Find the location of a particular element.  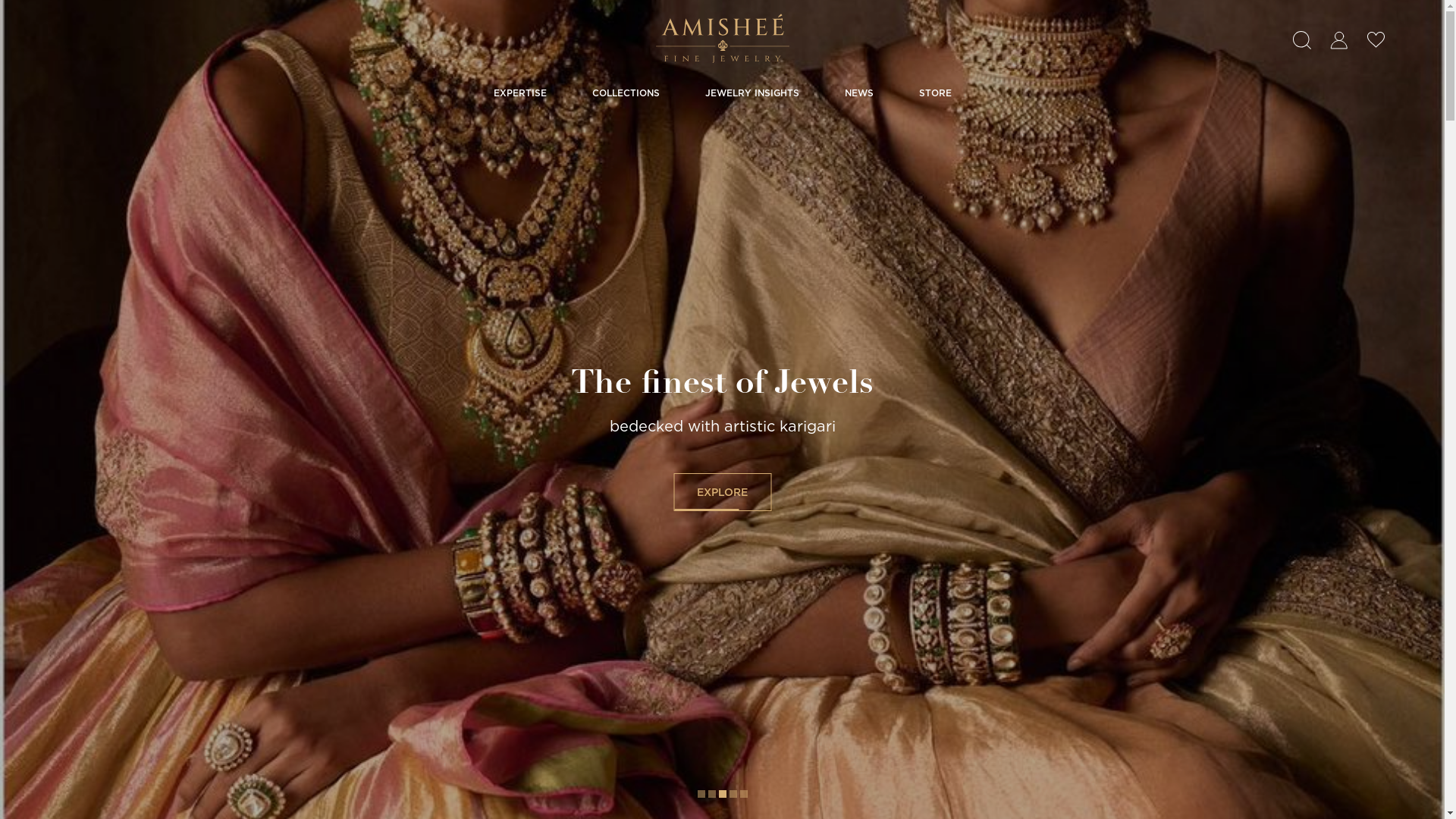

'NEWS' is located at coordinates (843, 93).